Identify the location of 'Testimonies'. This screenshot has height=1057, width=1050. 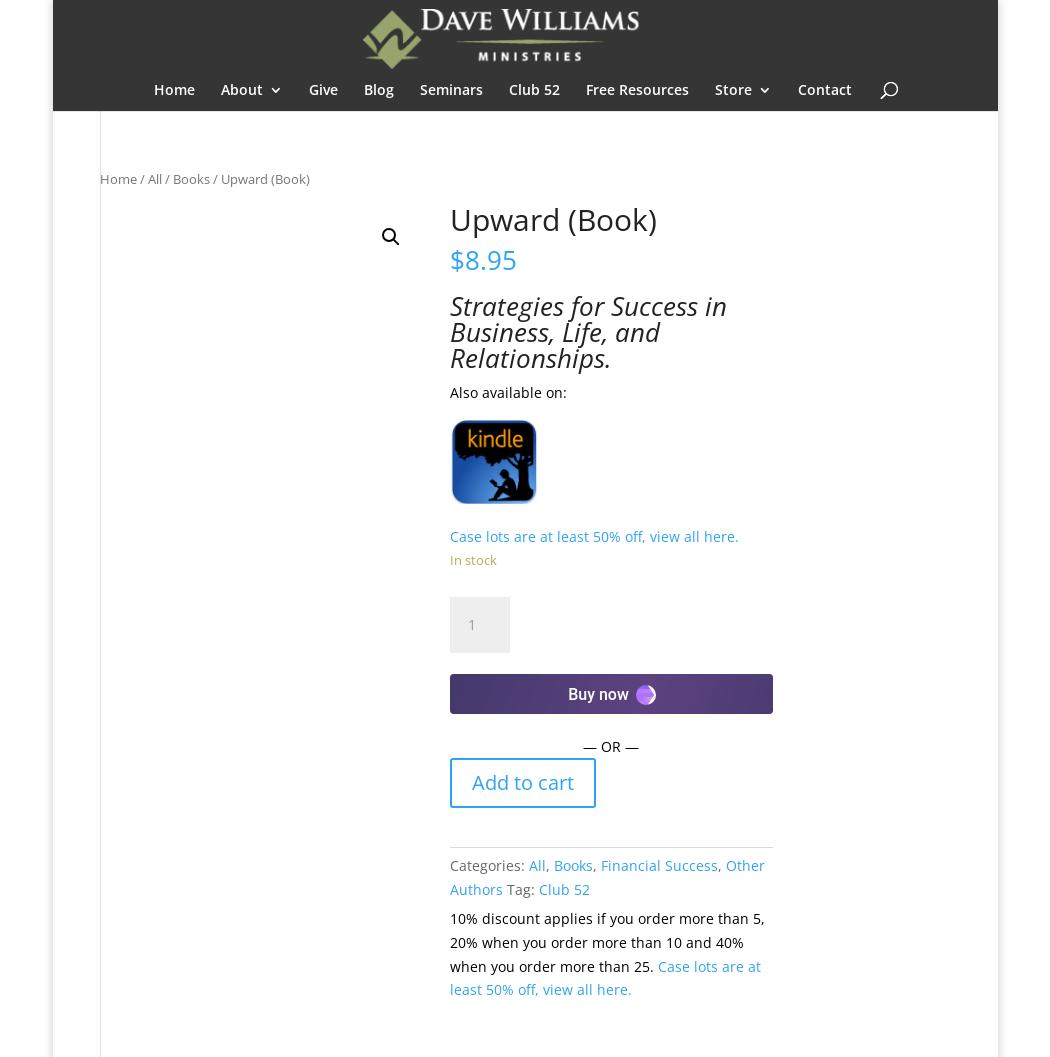
(302, 193).